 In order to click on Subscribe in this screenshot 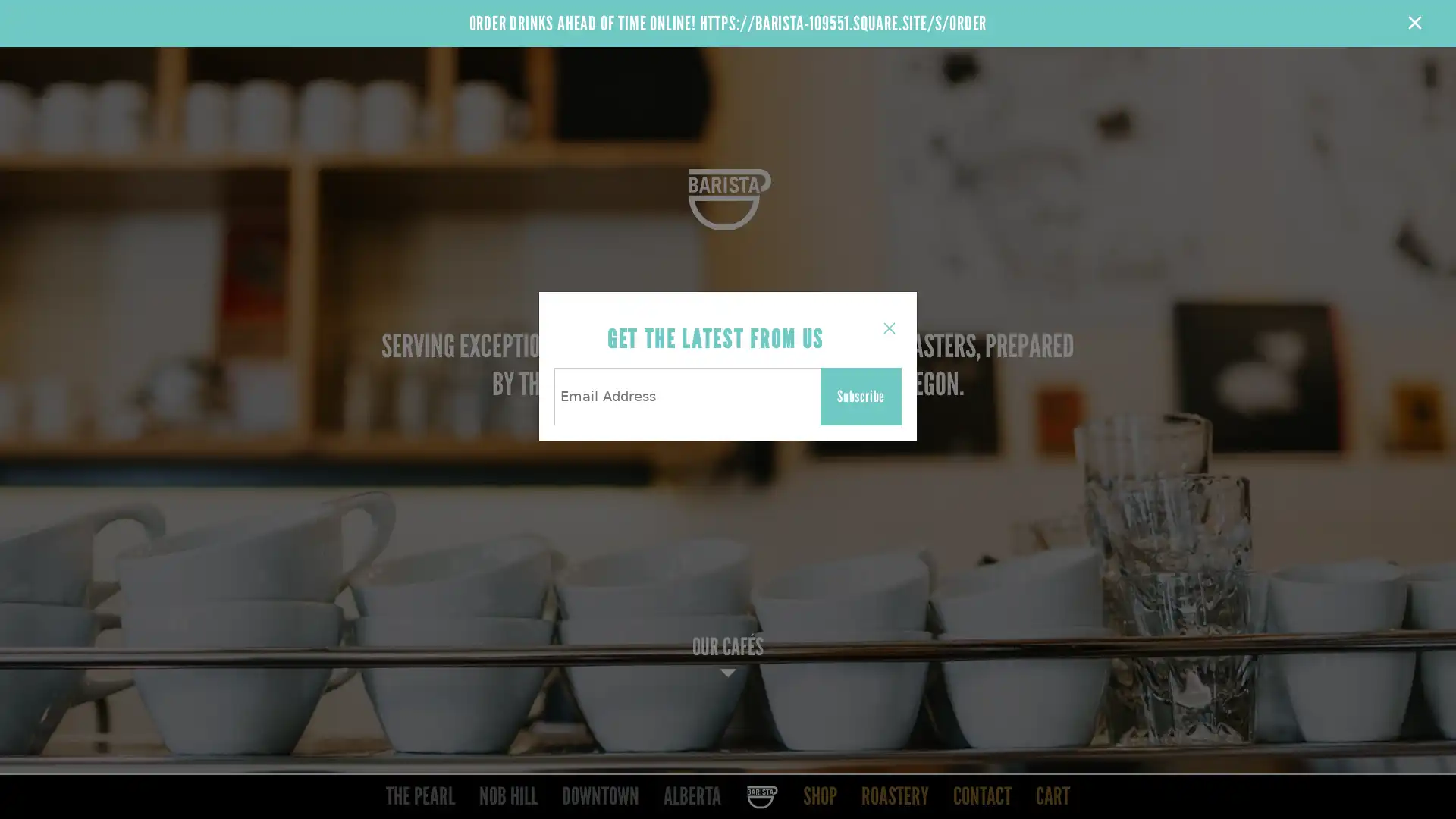, I will do `click(861, 396)`.